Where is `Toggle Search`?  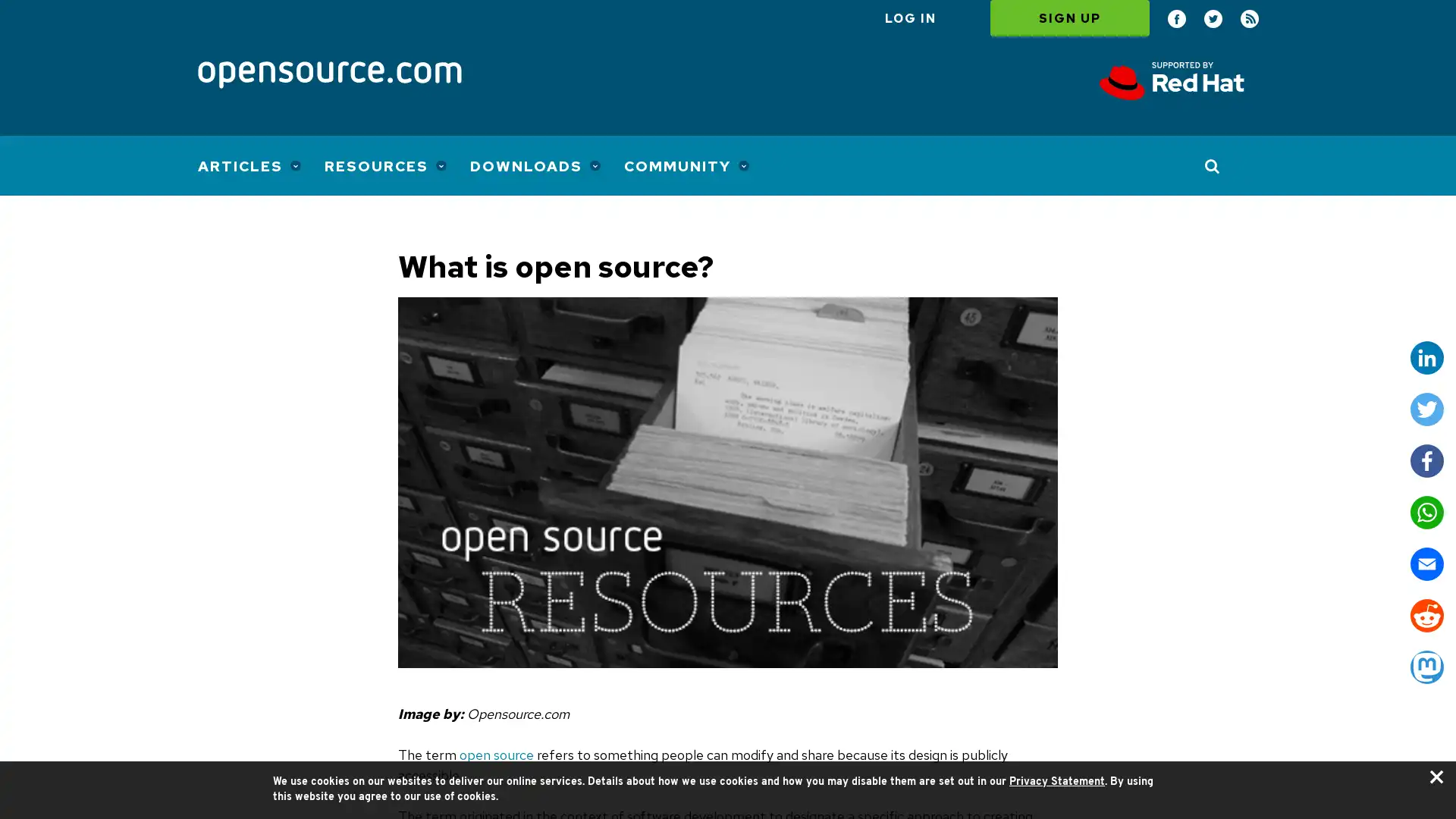
Toggle Search is located at coordinates (1212, 165).